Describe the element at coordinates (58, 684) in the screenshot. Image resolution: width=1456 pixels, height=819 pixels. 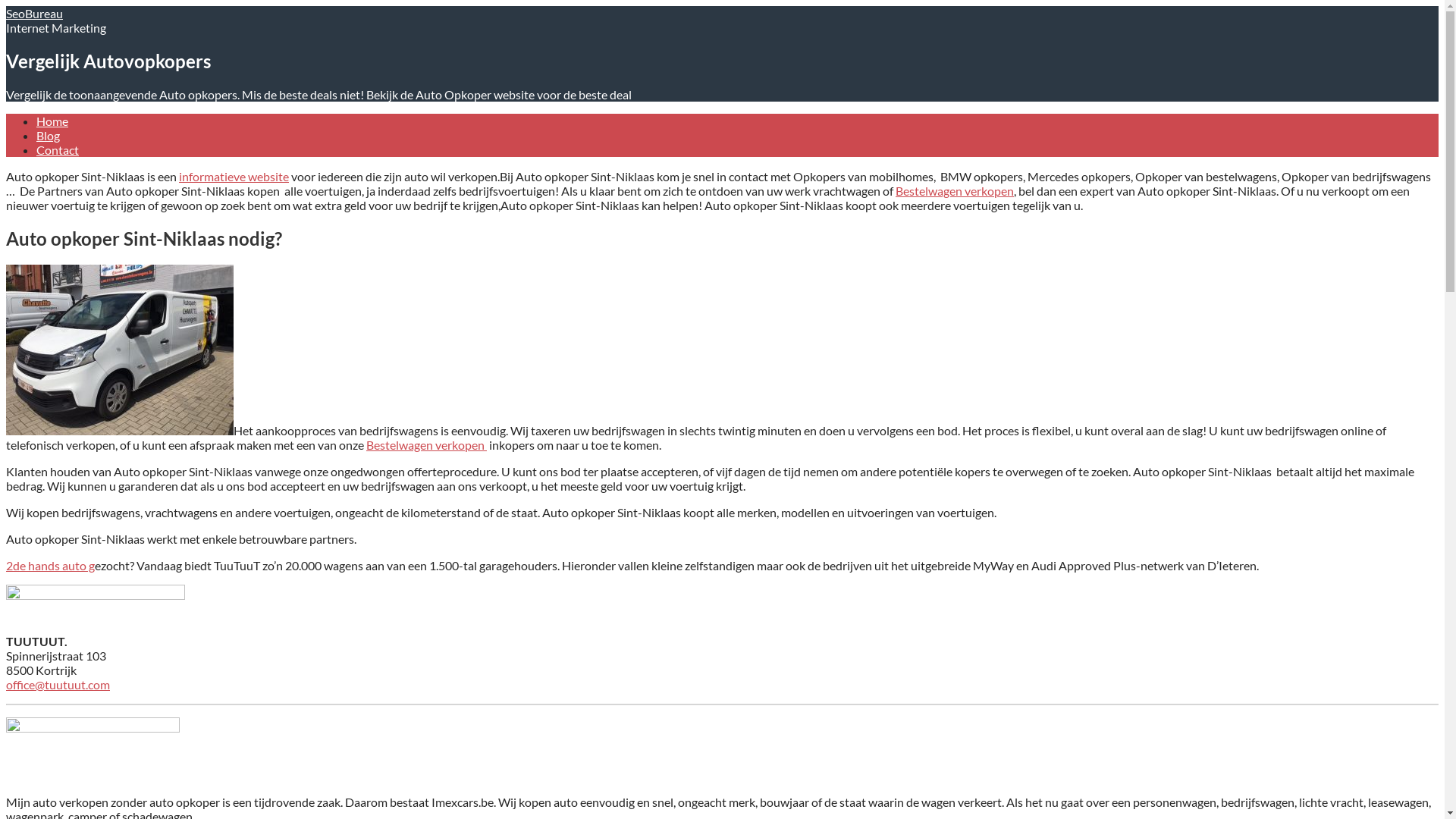
I see `'office@tuutuut.com'` at that location.